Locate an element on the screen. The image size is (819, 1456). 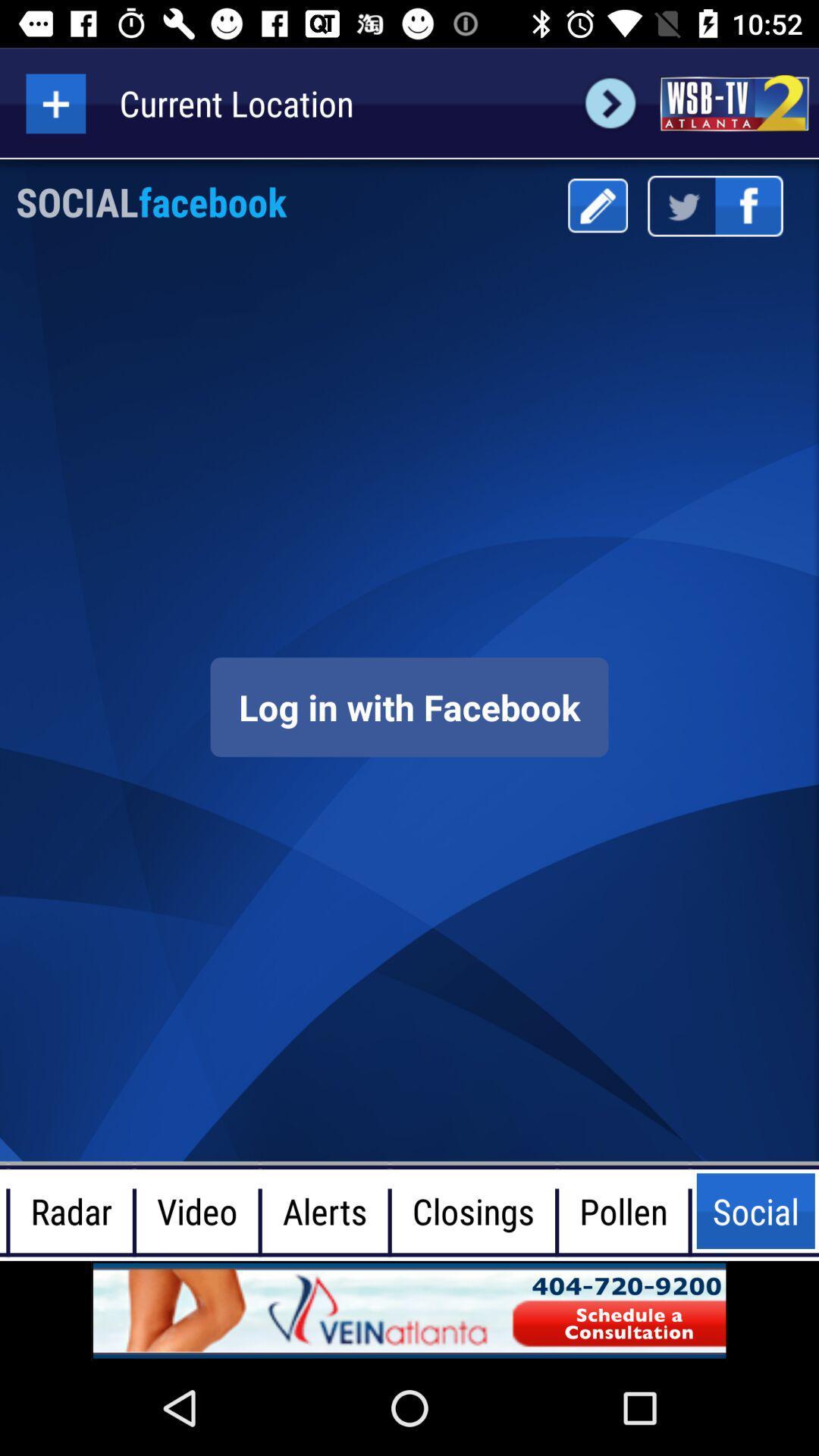
go foward is located at coordinates (610, 102).